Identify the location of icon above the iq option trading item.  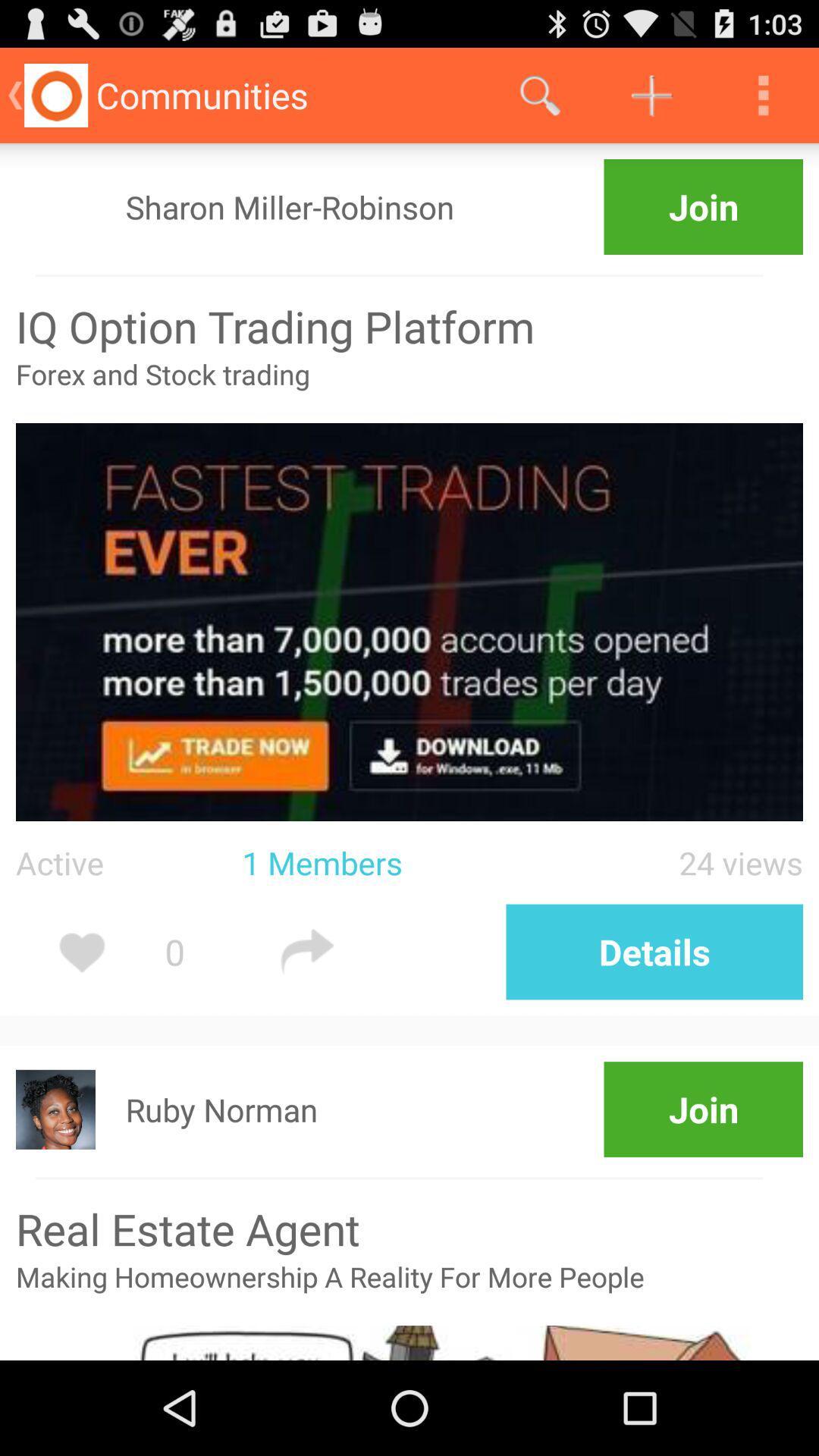
(398, 275).